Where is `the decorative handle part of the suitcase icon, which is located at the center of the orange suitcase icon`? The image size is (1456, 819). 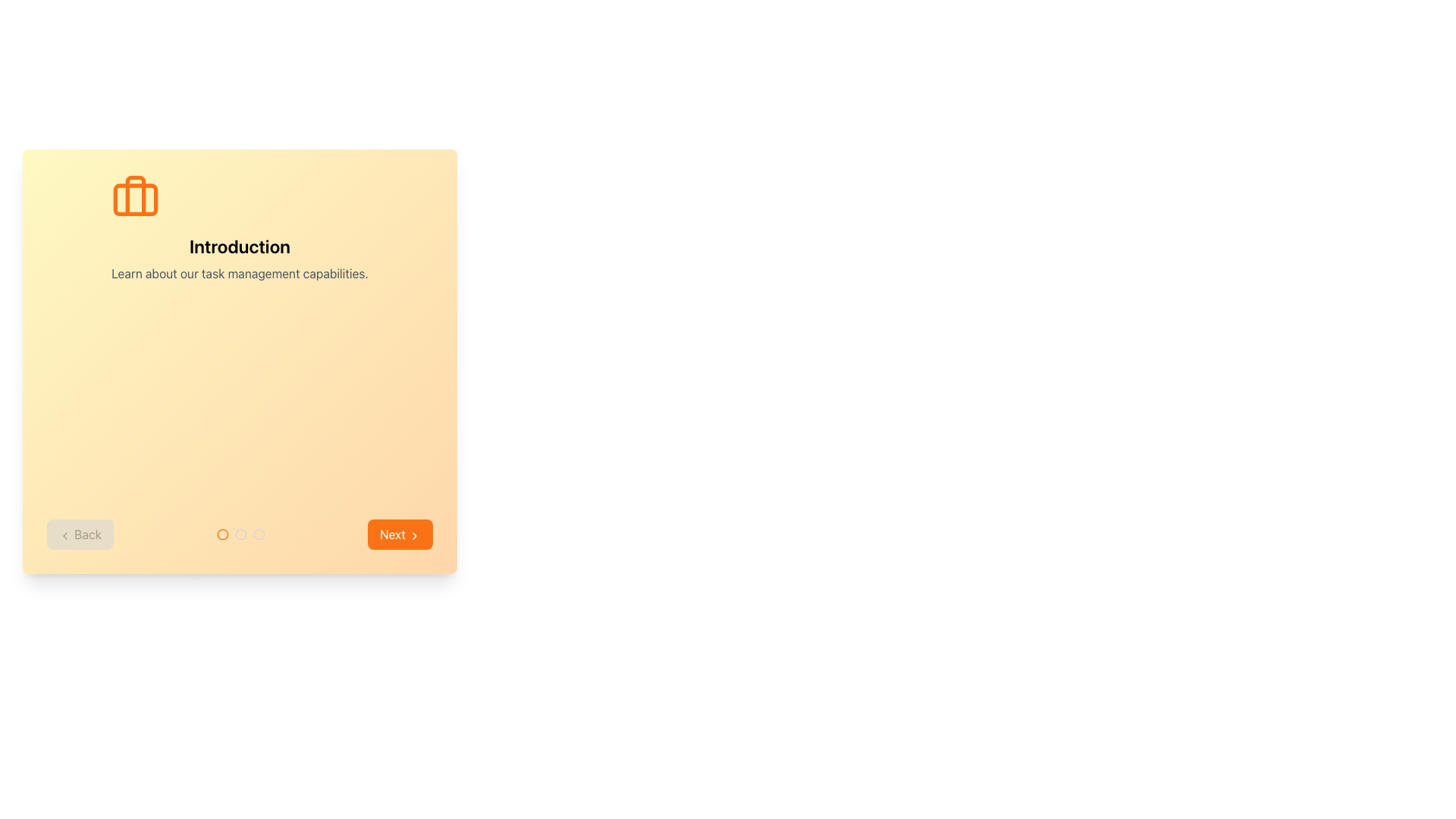
the decorative handle part of the suitcase icon, which is located at the center of the orange suitcase icon is located at coordinates (136, 195).